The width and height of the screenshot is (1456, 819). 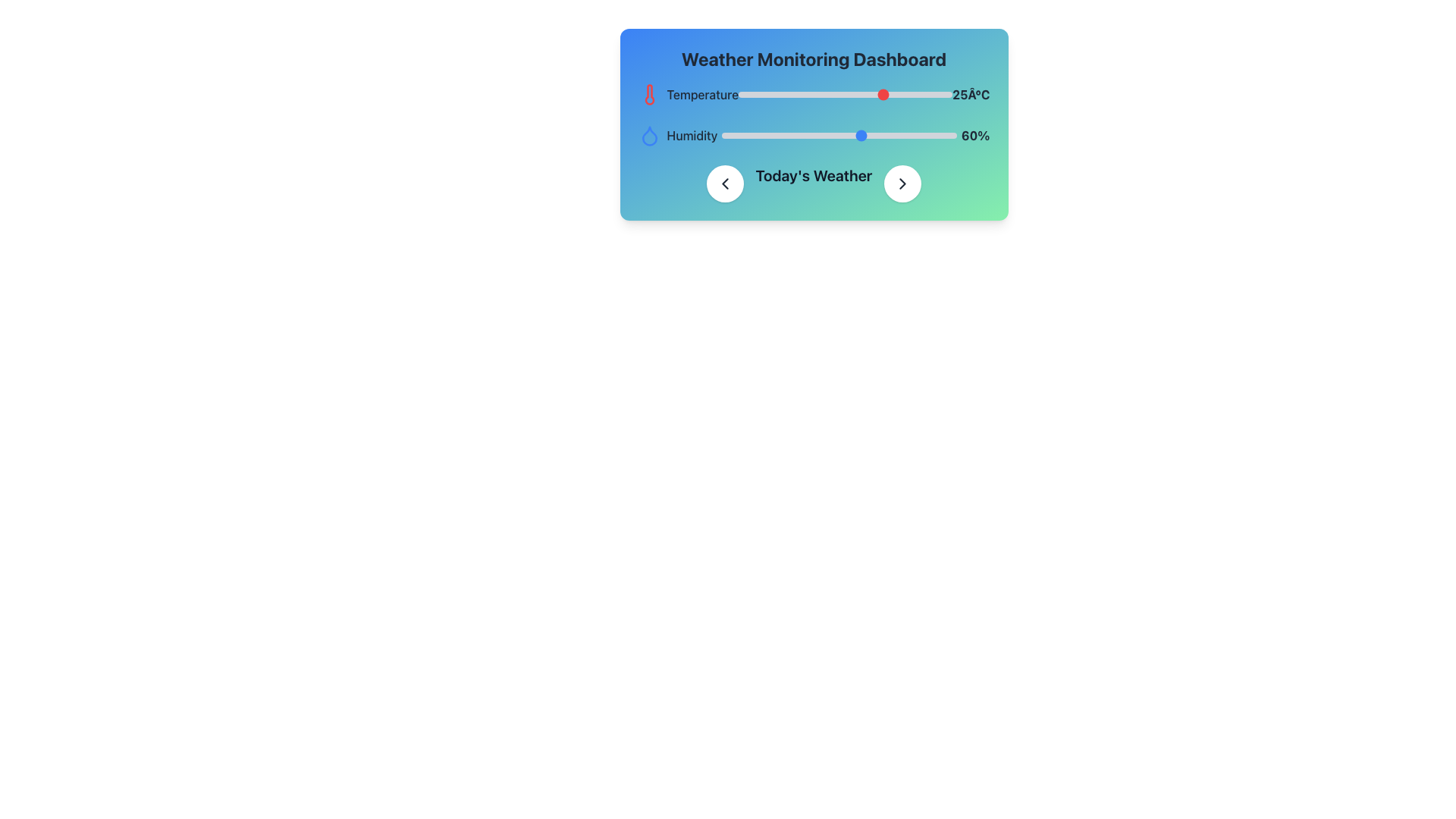 What do you see at coordinates (724, 183) in the screenshot?
I see `the leftward-pointing chevron icon, which has a thick black outline and is part of a minimalist circular button located on the left side of a pair of navigation buttons at the center-bottom of the weather dashboard interface` at bounding box center [724, 183].